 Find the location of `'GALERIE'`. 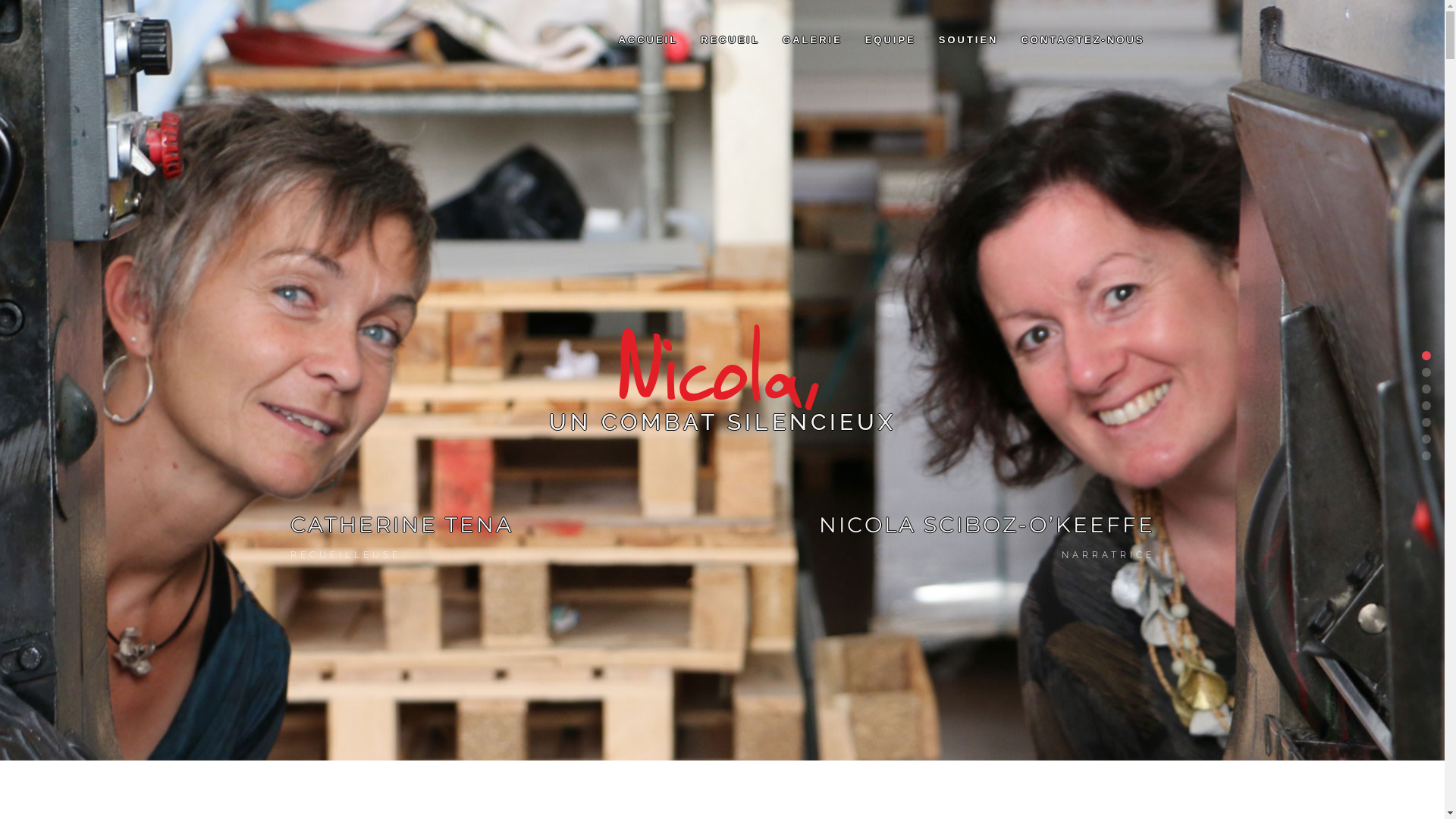

'GALERIE' is located at coordinates (811, 39).